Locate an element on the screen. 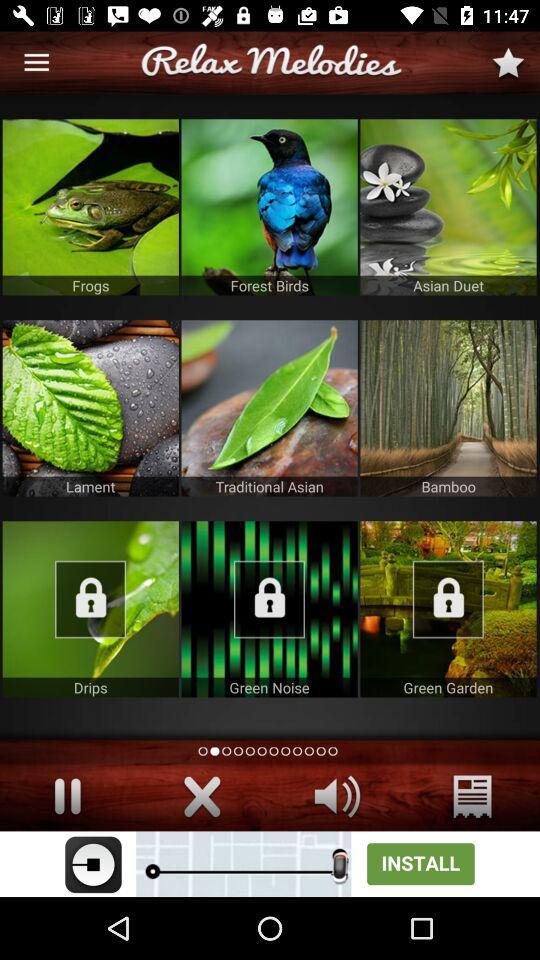  adjust your volume is located at coordinates (337, 796).